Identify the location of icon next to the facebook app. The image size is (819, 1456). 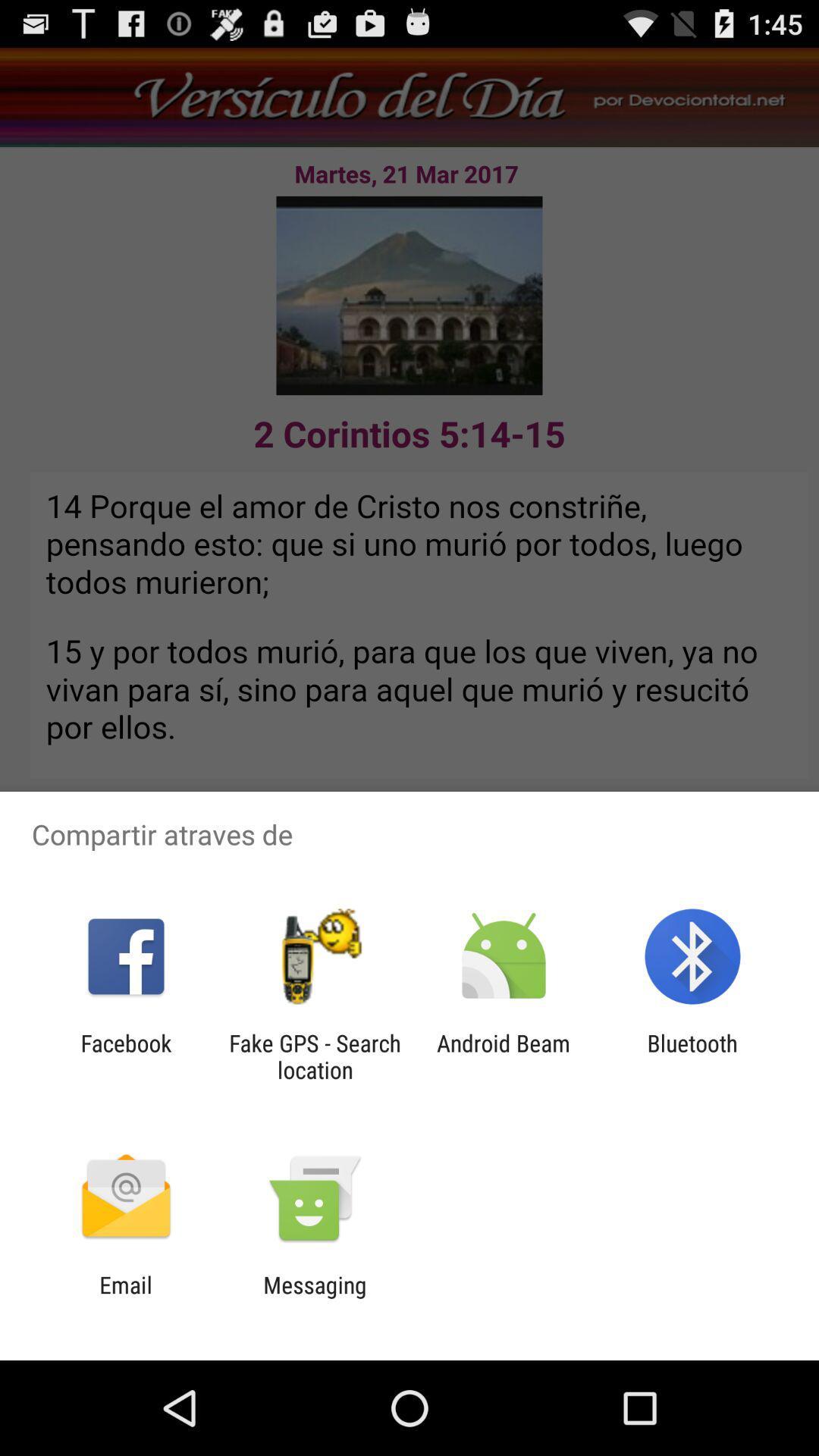
(314, 1056).